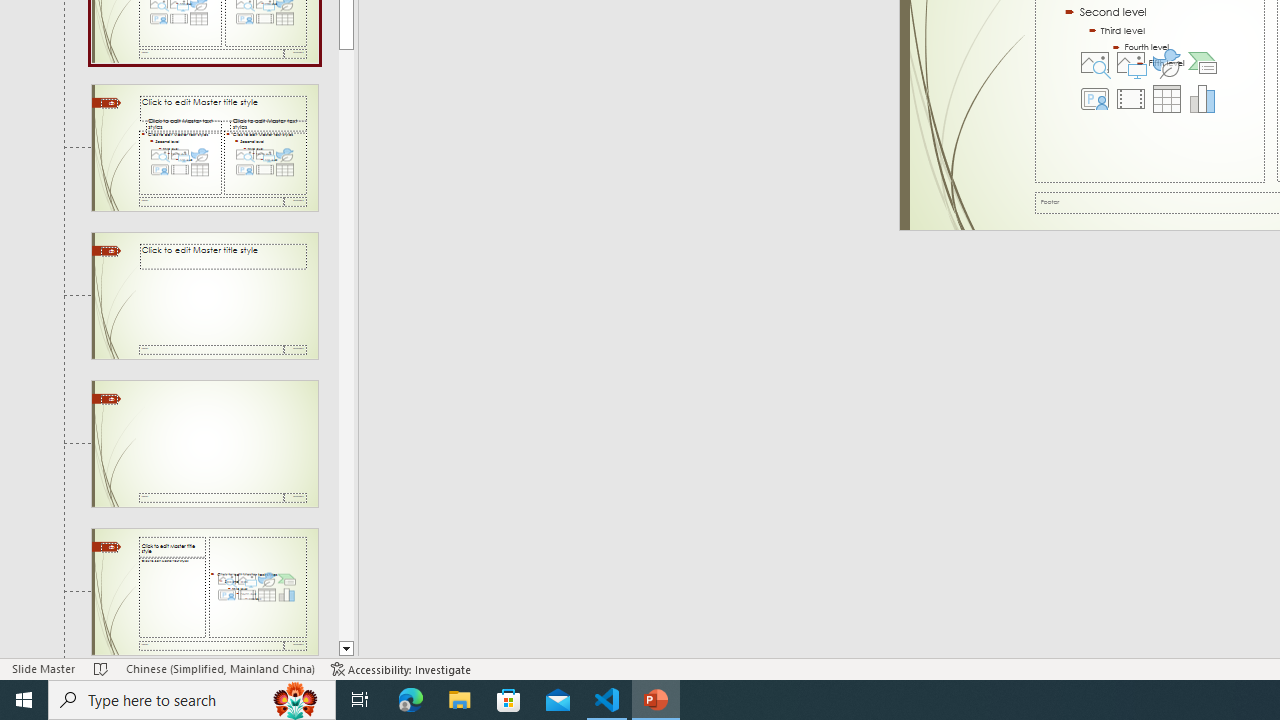 The width and height of the screenshot is (1280, 720). I want to click on 'Insert Cameo', so click(1094, 99).